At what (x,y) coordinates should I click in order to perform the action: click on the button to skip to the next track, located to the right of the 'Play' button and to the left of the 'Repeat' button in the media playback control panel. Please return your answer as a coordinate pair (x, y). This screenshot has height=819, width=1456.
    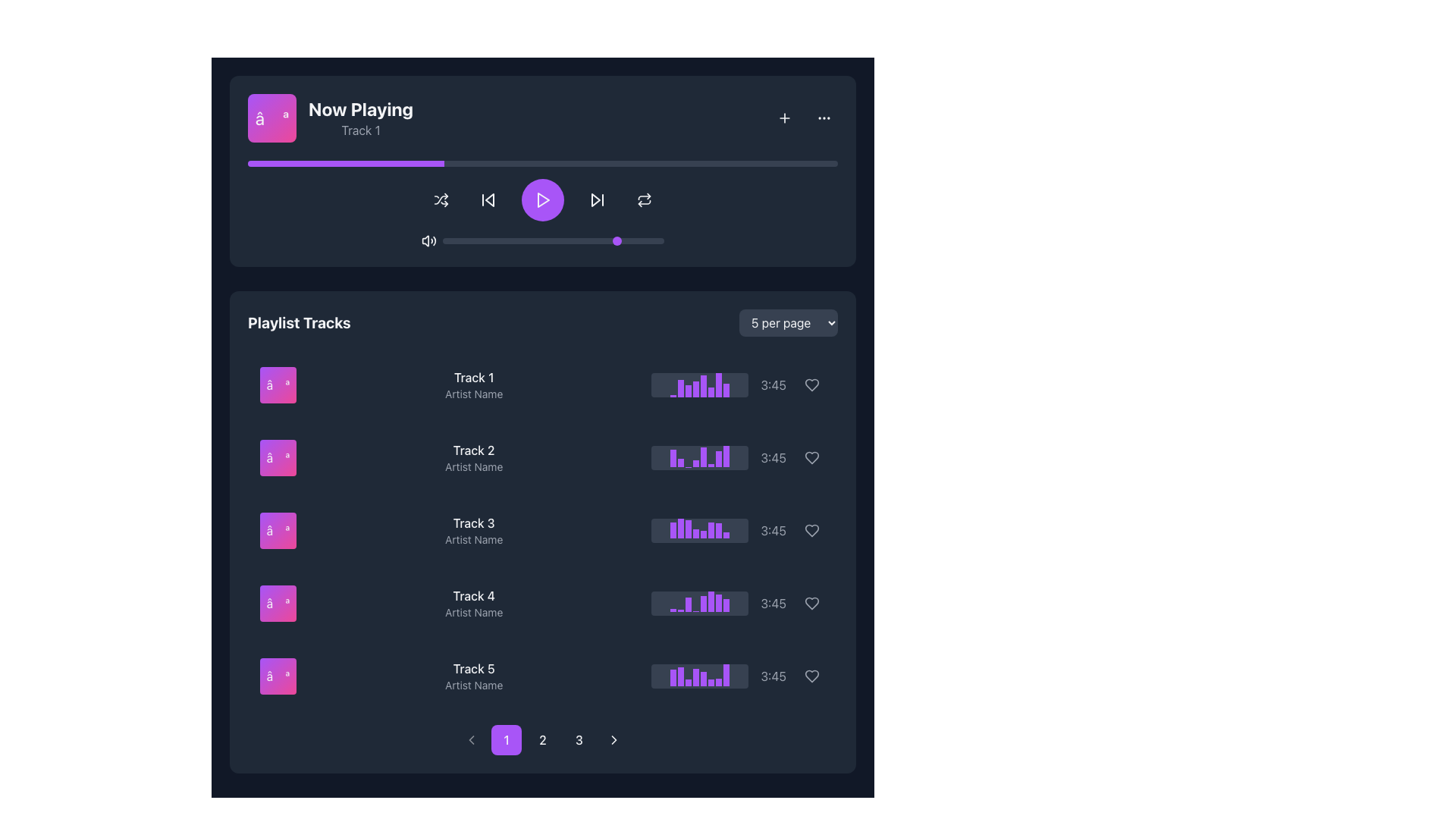
    Looking at the image, I should click on (596, 199).